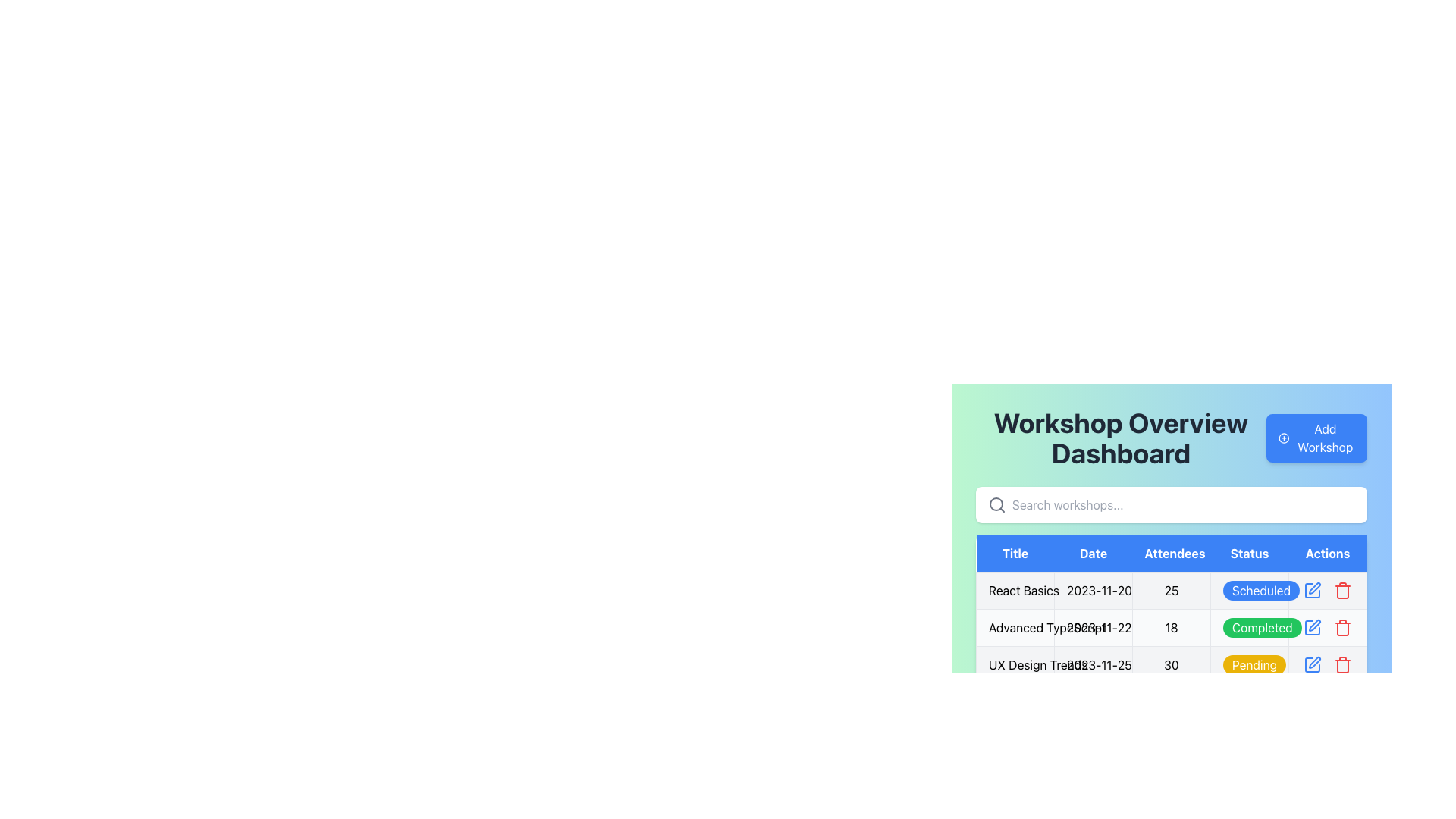  What do you see at coordinates (1313, 626) in the screenshot?
I see `the pen-like icon button located in the 'Actions' column of the second row of the table` at bounding box center [1313, 626].